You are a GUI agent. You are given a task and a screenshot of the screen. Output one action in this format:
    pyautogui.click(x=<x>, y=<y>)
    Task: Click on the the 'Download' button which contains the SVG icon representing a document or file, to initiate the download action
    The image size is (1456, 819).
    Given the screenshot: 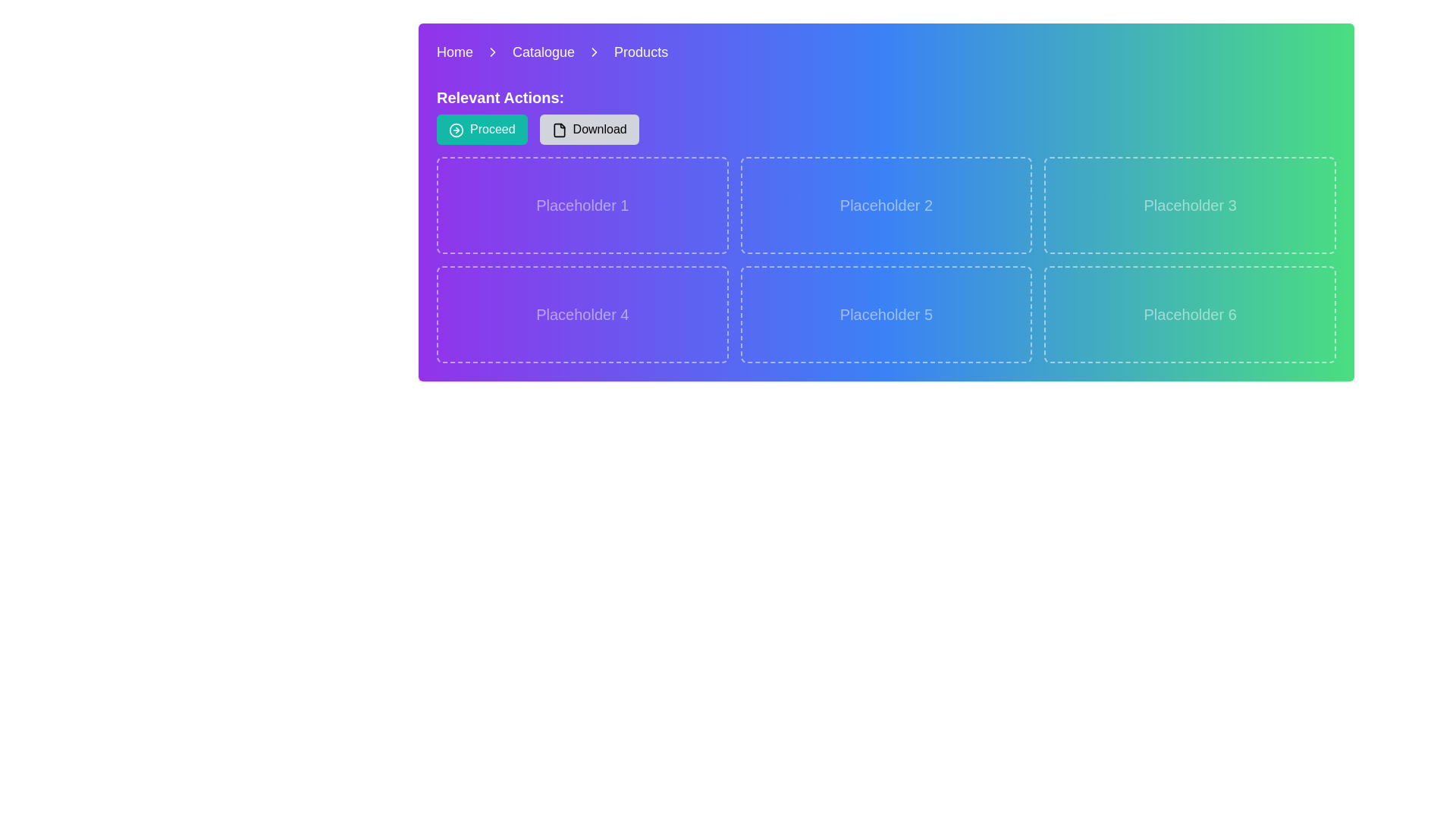 What is the action you would take?
    pyautogui.click(x=558, y=129)
    